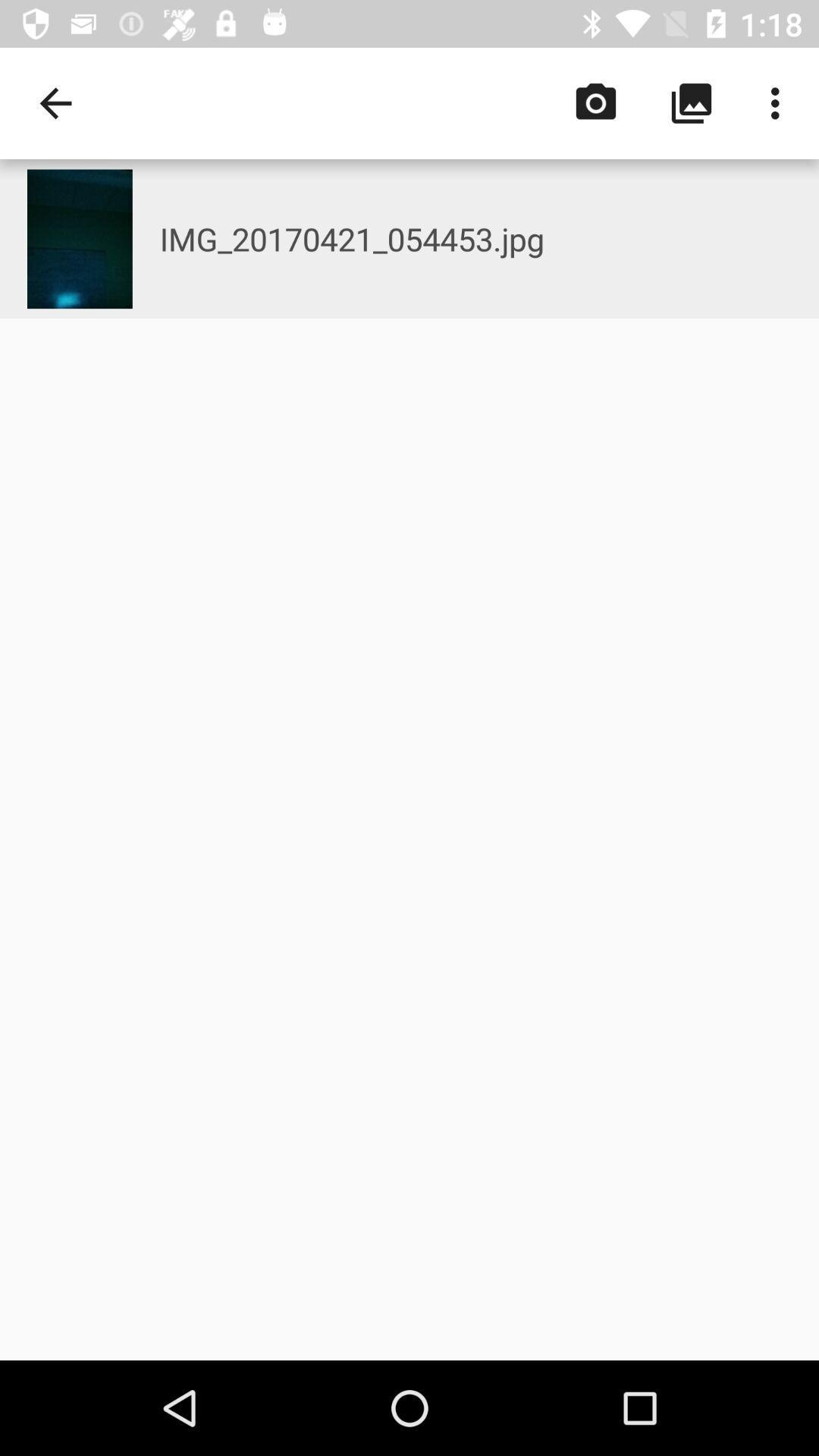 Image resolution: width=819 pixels, height=1456 pixels. I want to click on the item to the left of the img_20170421_054453.jpg icon, so click(80, 238).